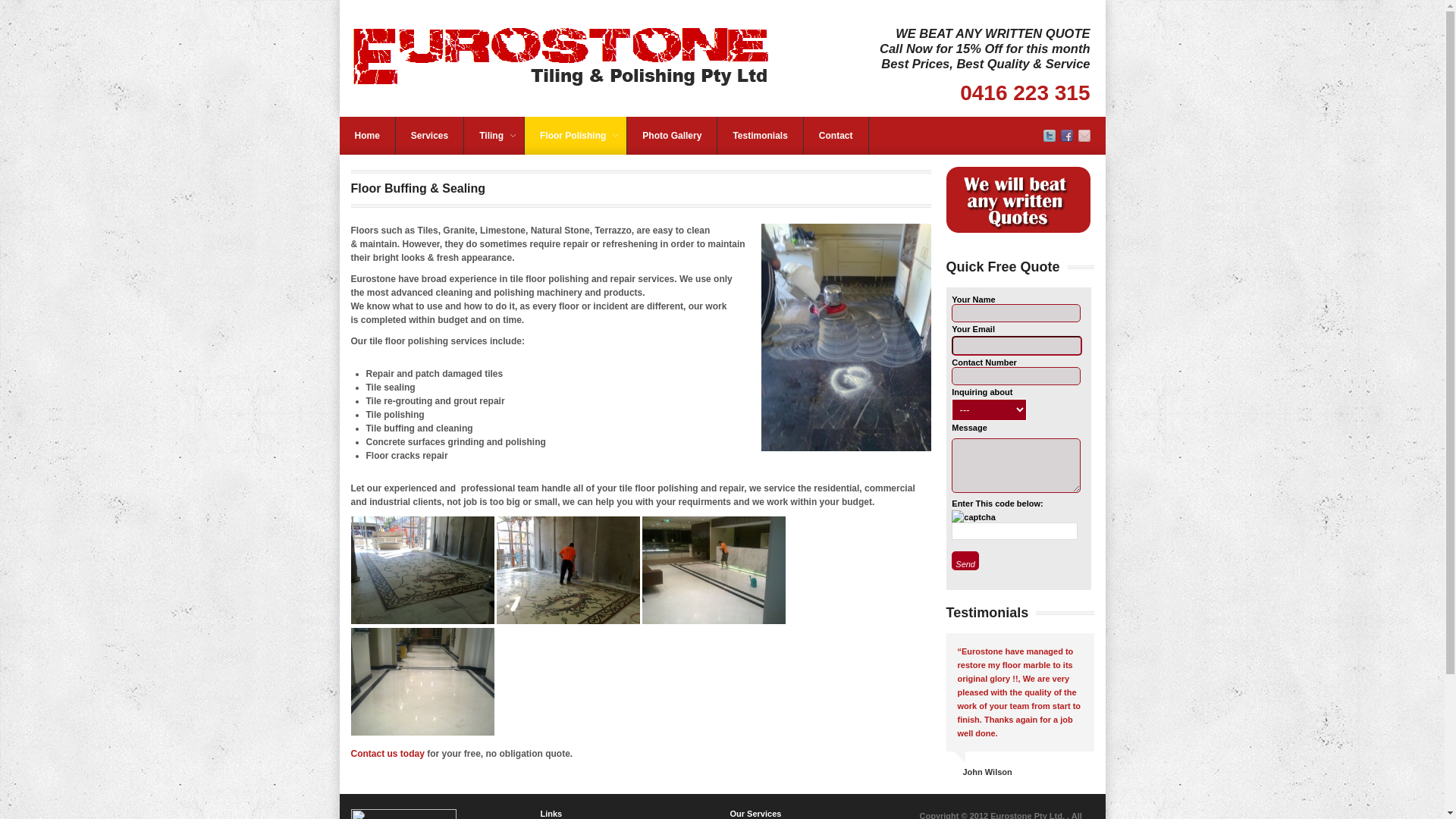  Describe the element at coordinates (835, 134) in the screenshot. I see `'Contact'` at that location.